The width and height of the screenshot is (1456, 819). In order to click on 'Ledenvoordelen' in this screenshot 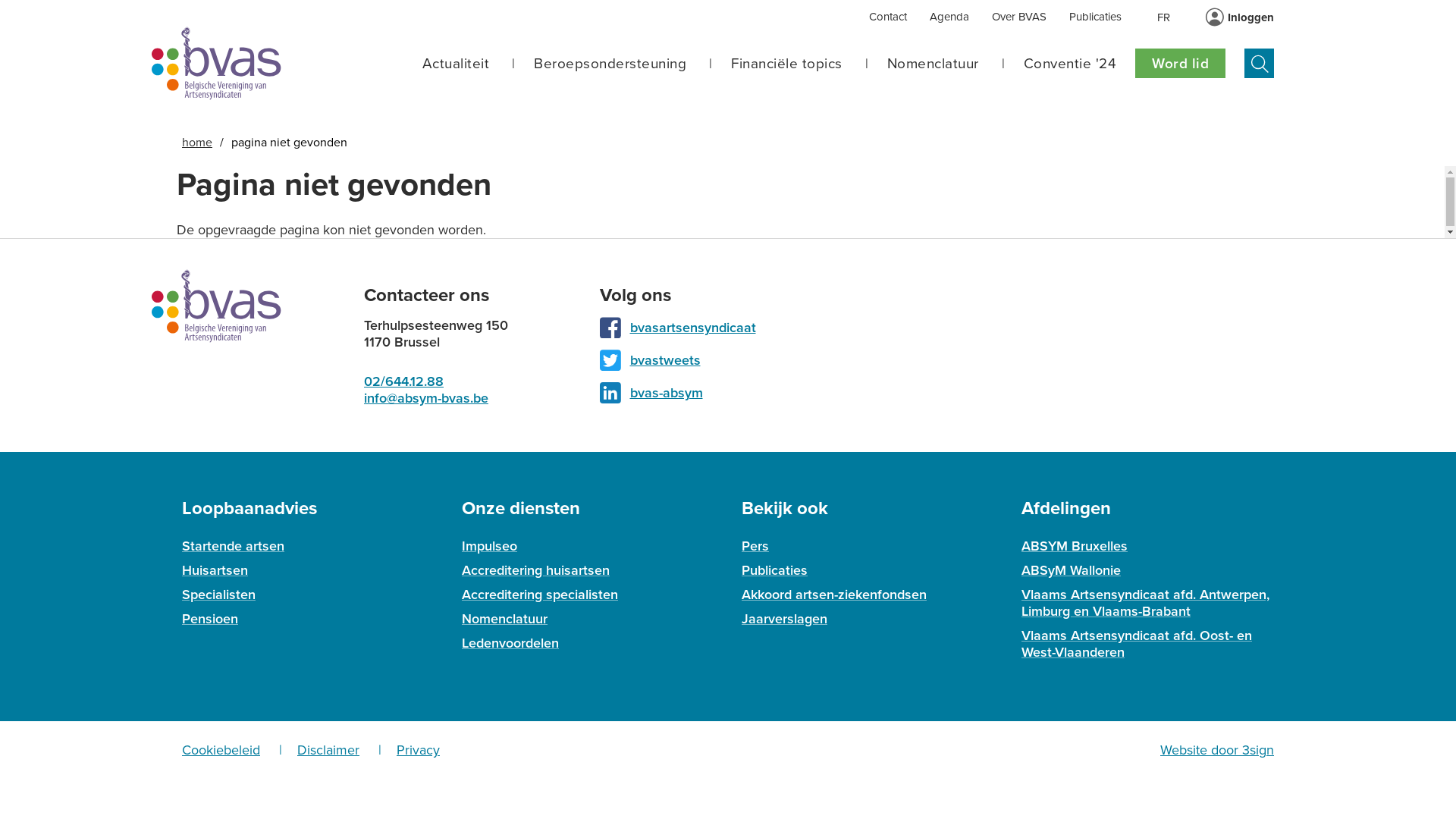, I will do `click(510, 643)`.